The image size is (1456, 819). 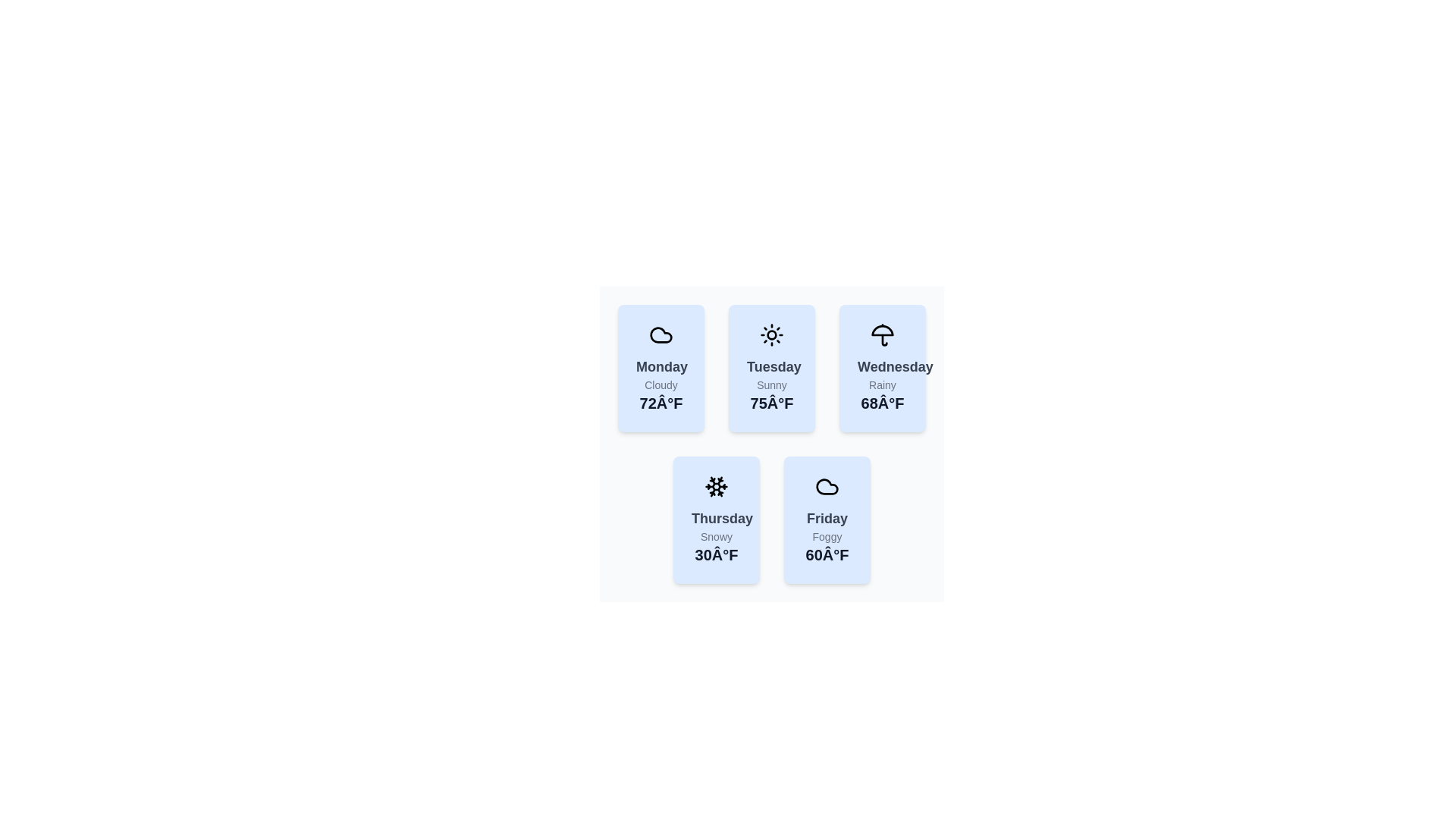 I want to click on the temperature information text label for 'Monday' displayed at the bottom of the weather card, below the 'Cloudy' text, so click(x=661, y=403).